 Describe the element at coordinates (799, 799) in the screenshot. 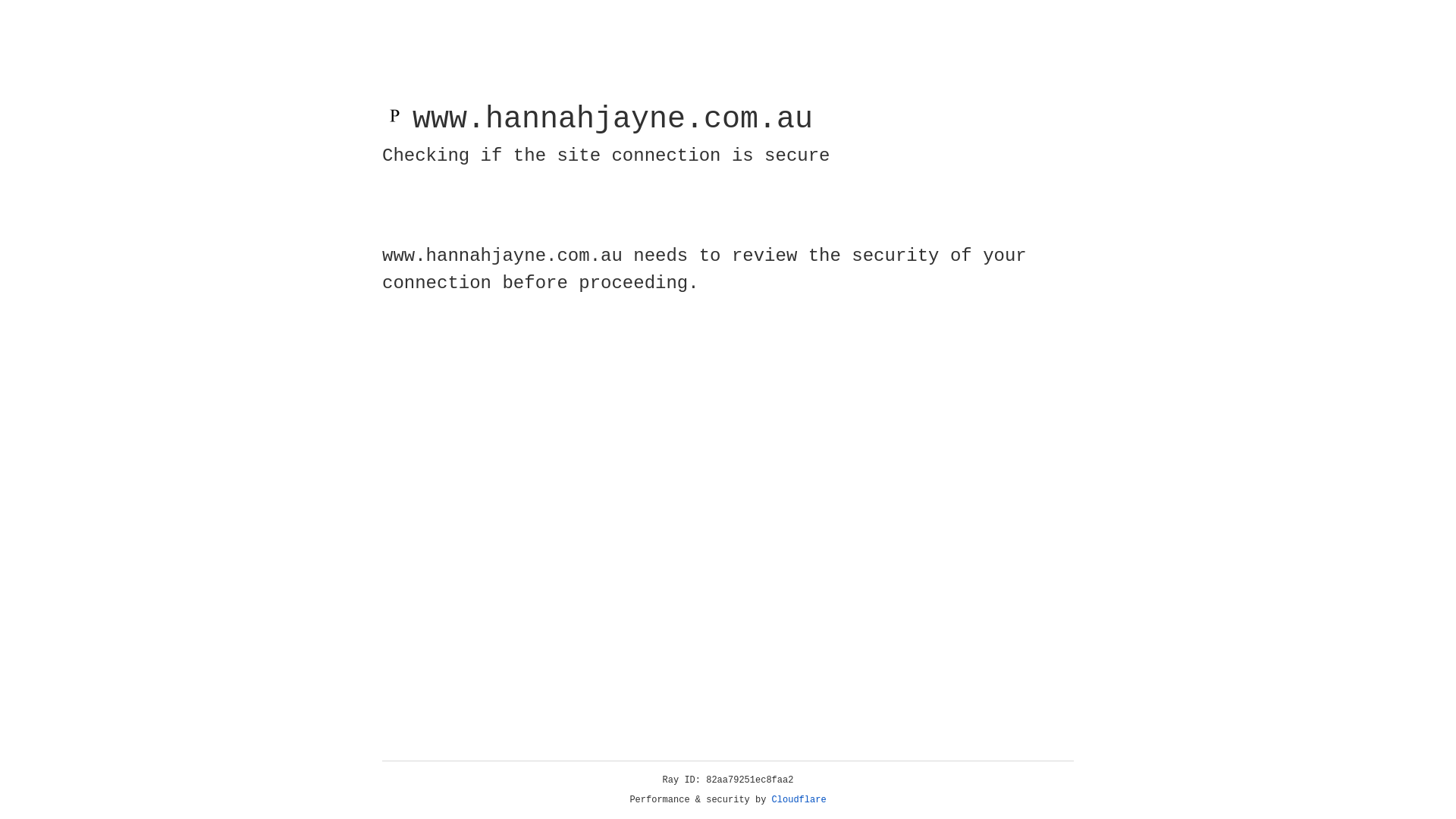

I see `'Cloudflare'` at that location.